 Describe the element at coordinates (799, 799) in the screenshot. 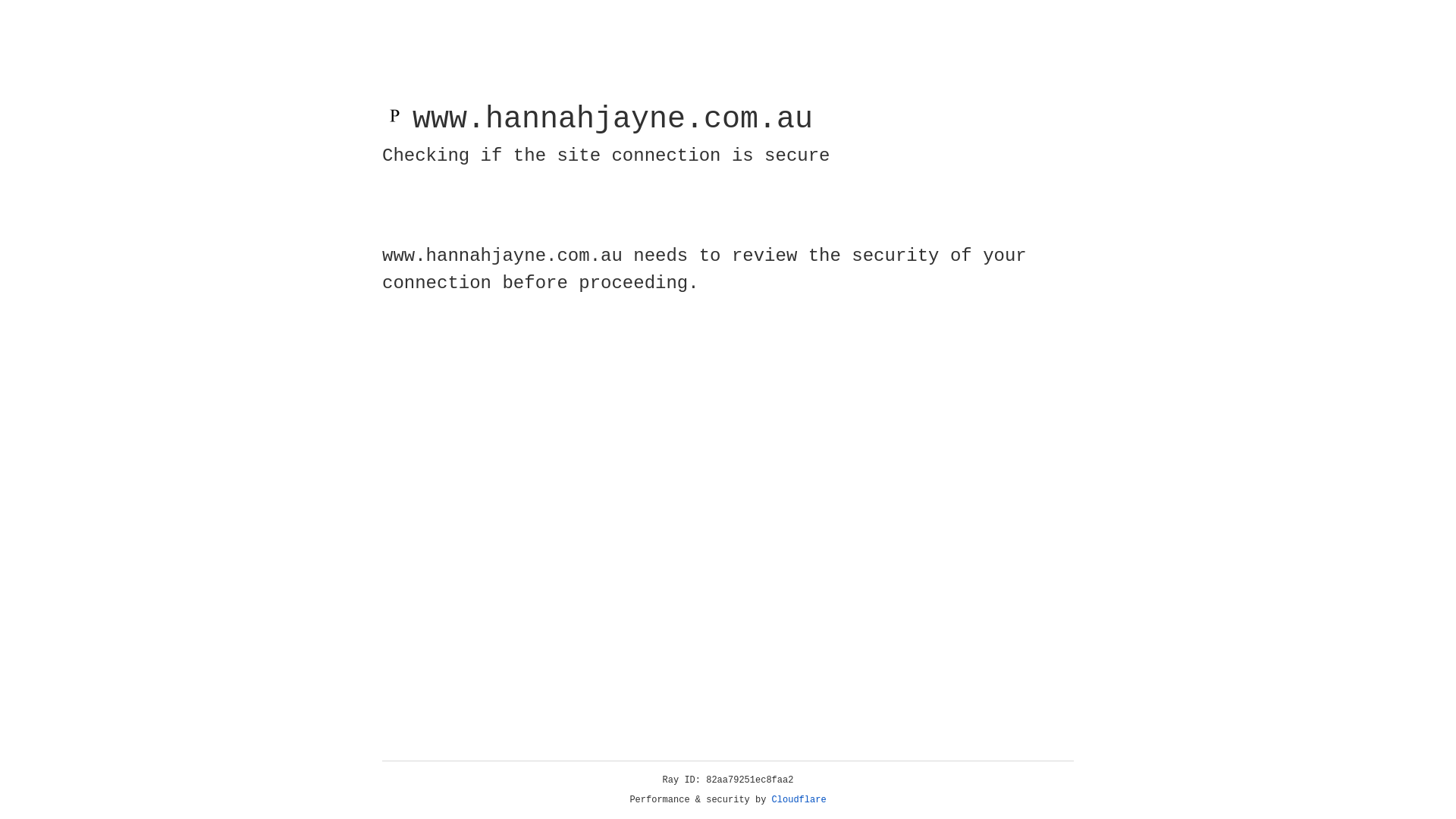

I see `'Cloudflare'` at that location.